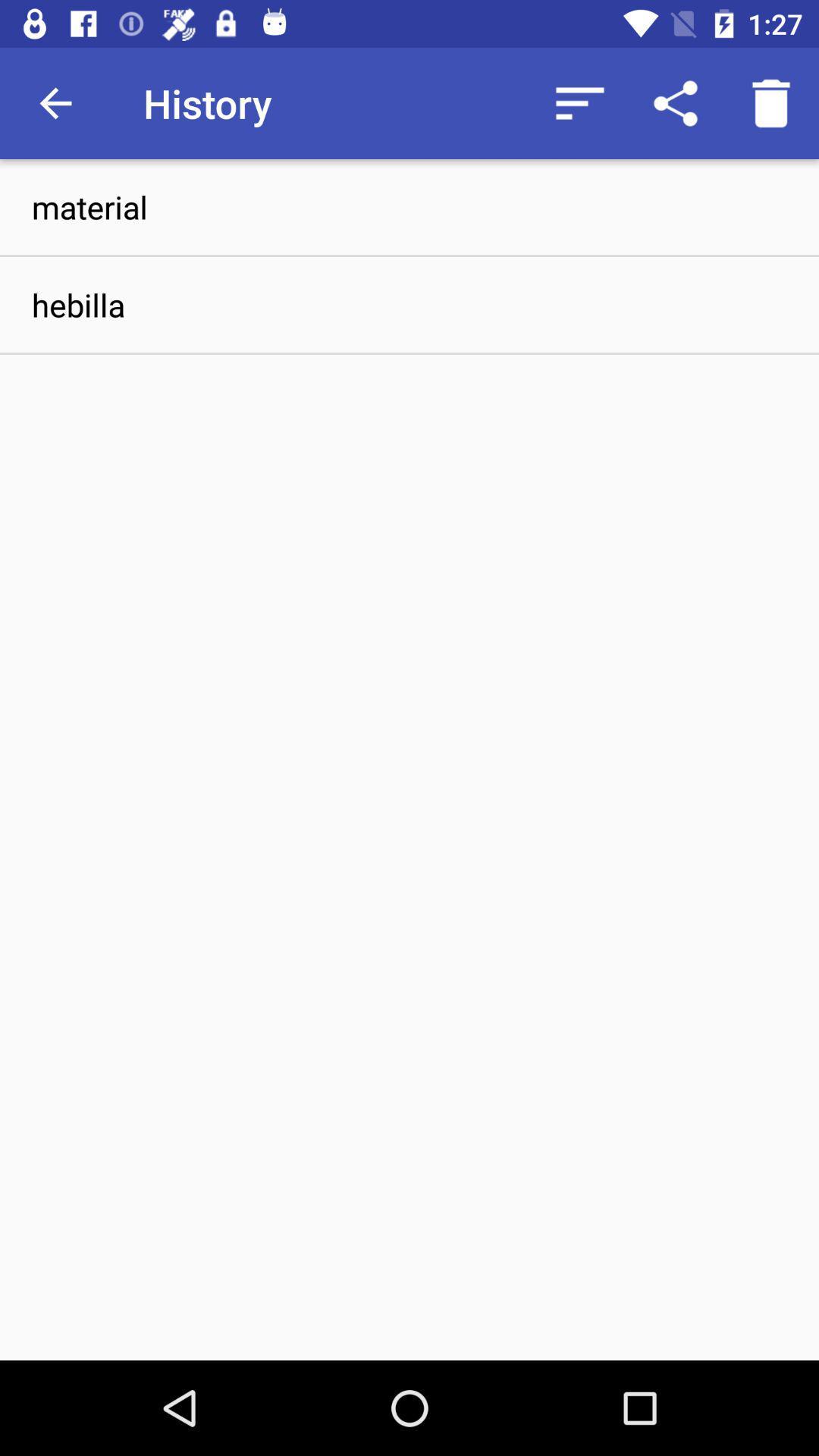  Describe the element at coordinates (409, 304) in the screenshot. I see `hebilla` at that location.